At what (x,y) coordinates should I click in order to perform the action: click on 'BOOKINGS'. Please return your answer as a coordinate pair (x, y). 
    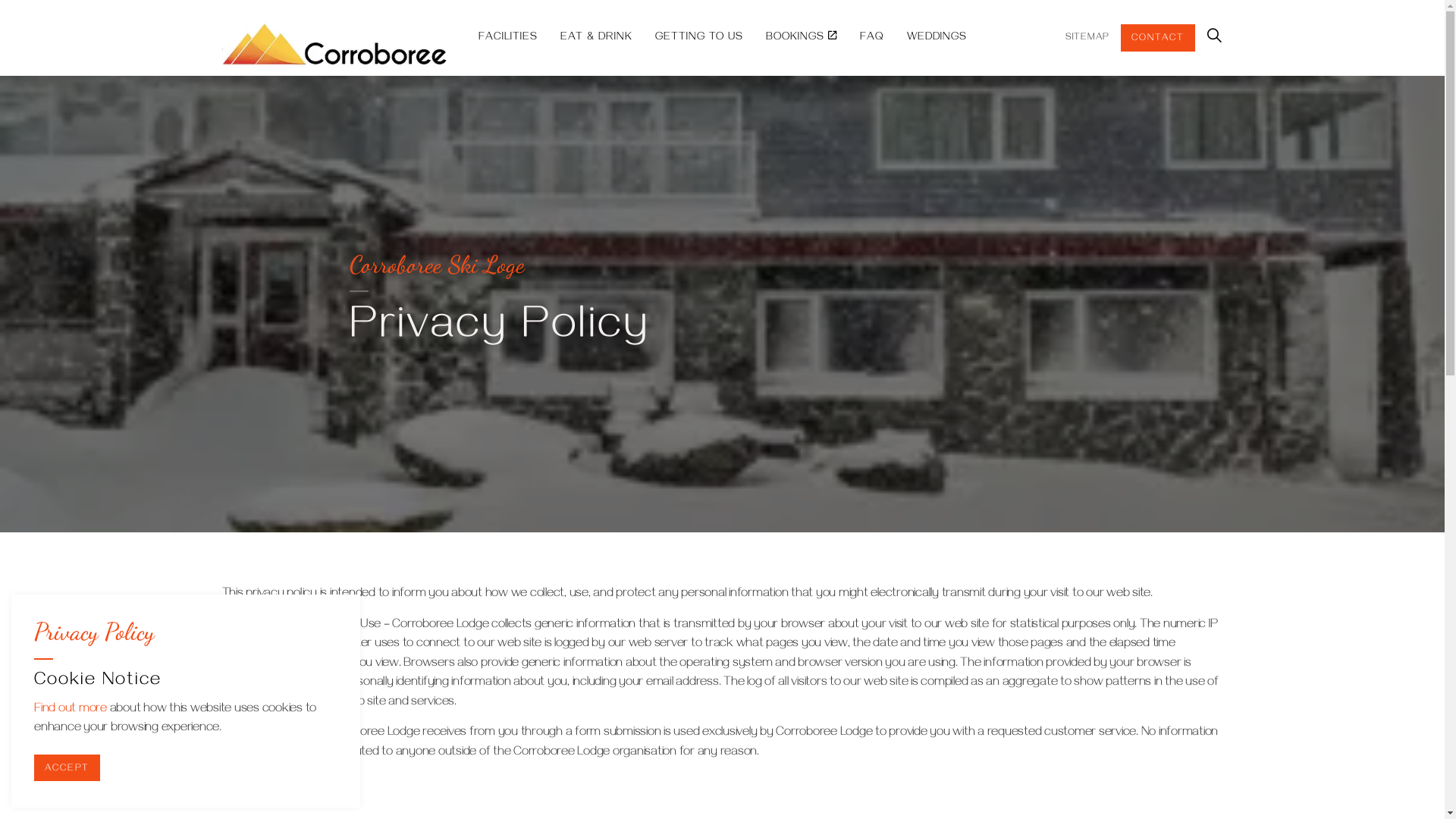
    Looking at the image, I should click on (800, 37).